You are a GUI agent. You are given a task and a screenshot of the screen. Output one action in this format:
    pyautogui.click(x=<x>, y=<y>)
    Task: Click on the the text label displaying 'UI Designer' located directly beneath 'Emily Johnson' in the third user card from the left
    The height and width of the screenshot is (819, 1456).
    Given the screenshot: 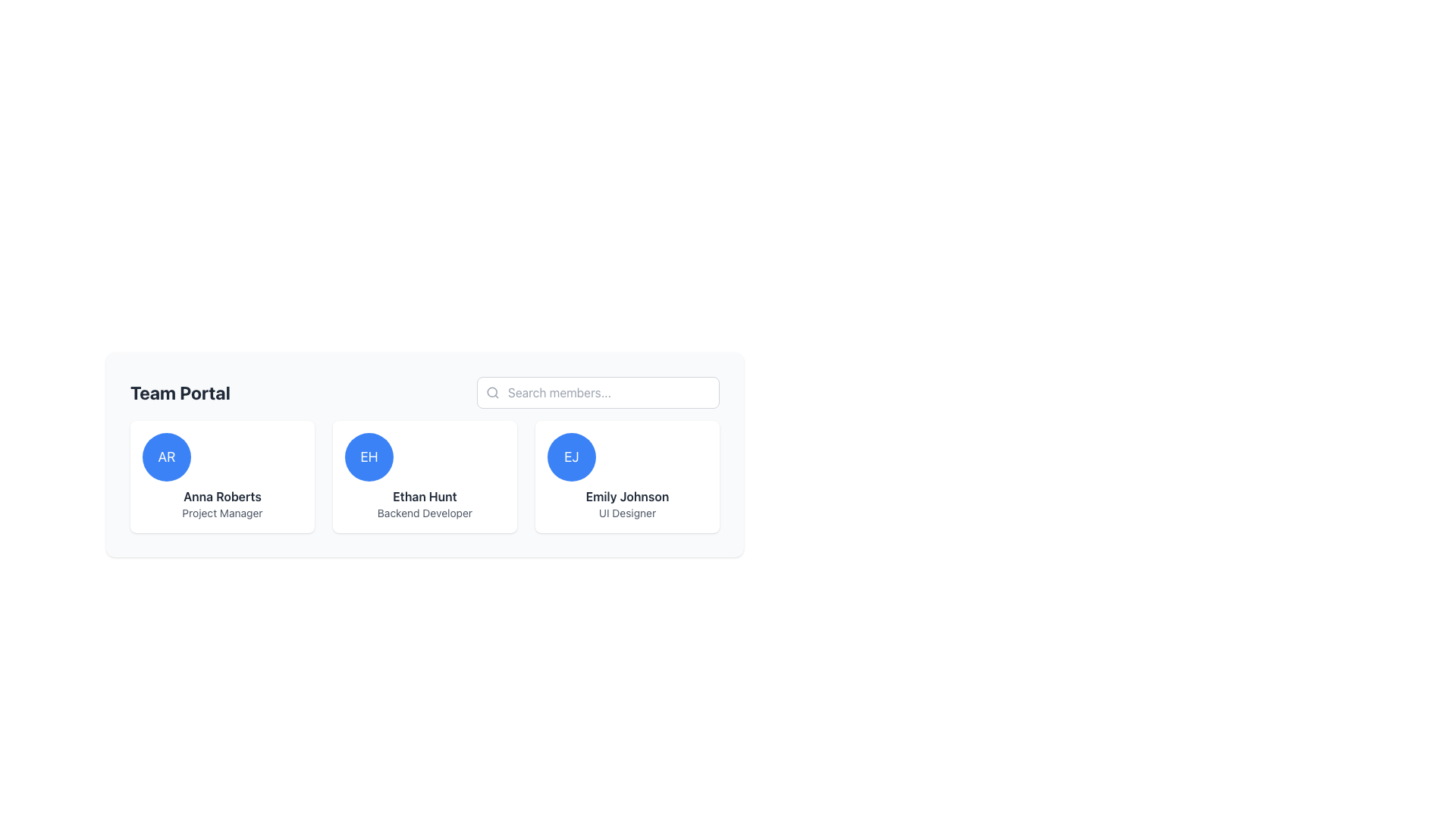 What is the action you would take?
    pyautogui.click(x=627, y=513)
    